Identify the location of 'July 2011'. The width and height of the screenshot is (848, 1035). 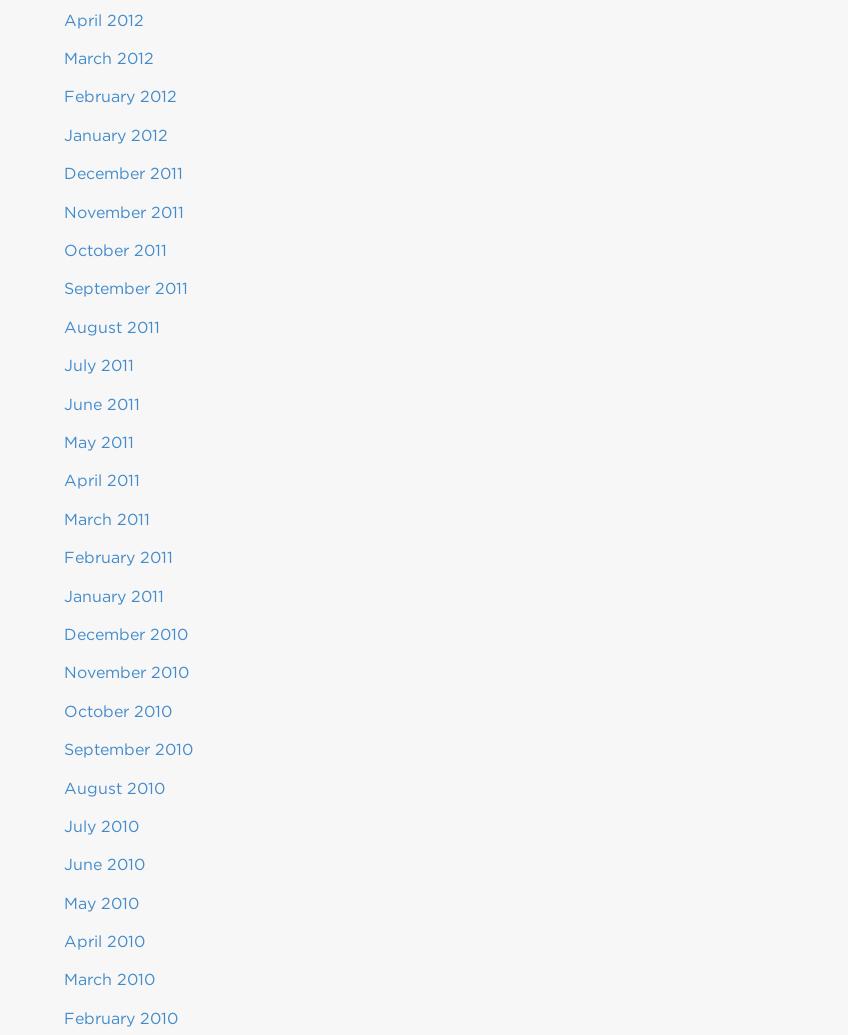
(64, 365).